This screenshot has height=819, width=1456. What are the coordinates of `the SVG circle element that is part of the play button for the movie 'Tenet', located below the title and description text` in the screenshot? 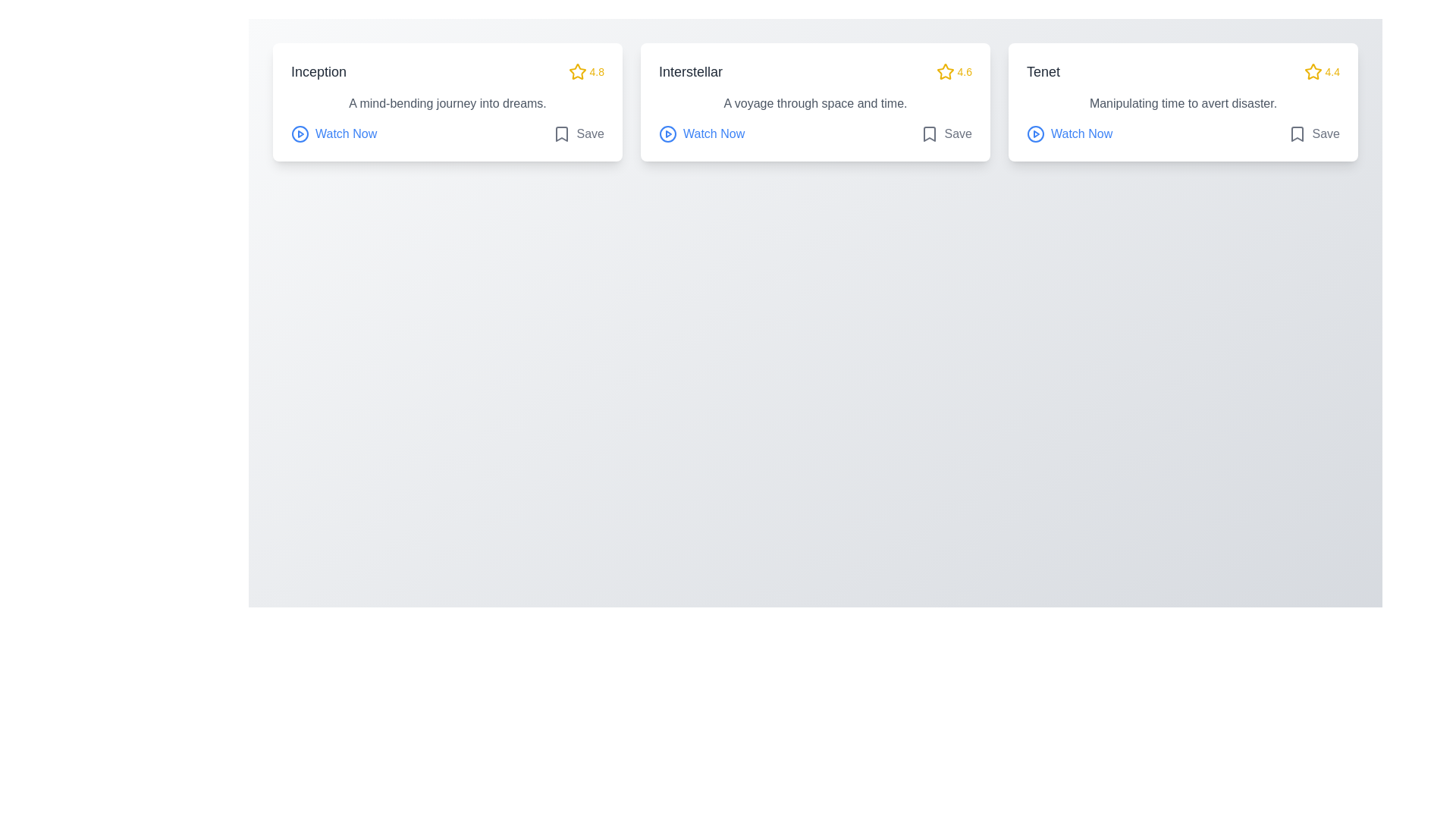 It's located at (1035, 133).